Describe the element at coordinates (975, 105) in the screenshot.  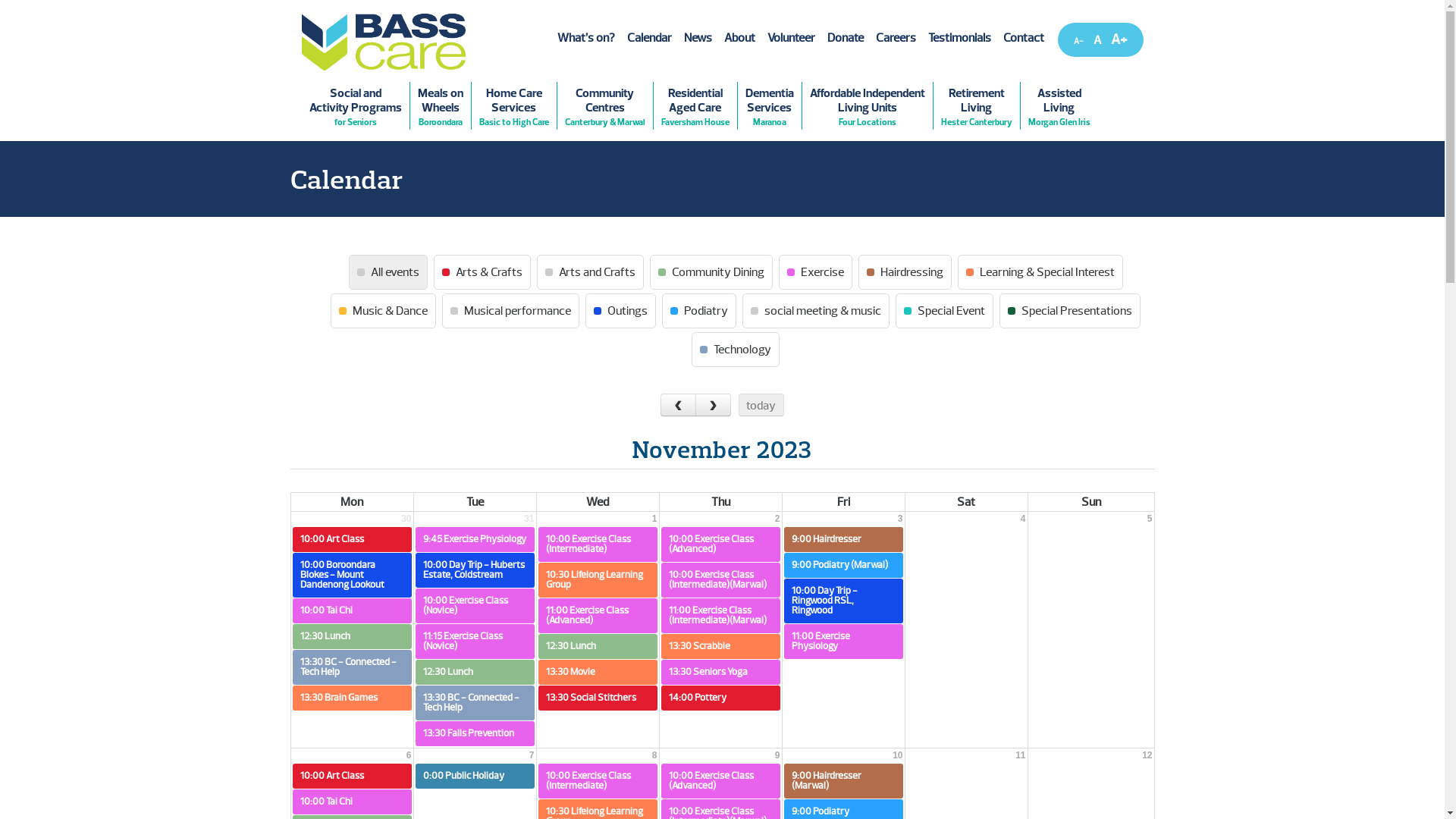
I see `'Retirement` at that location.